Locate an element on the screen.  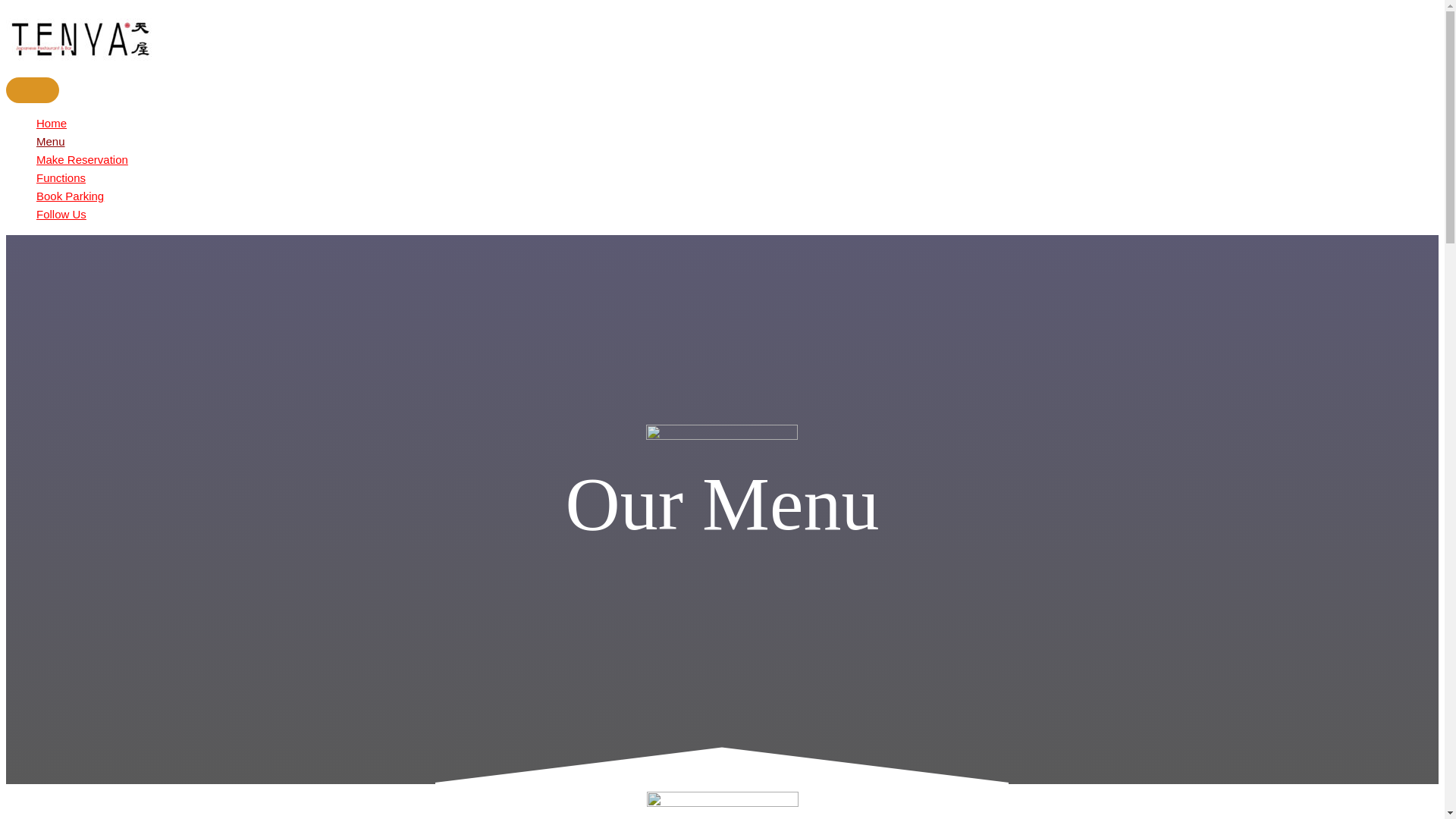
'Book Parking' is located at coordinates (491, 195).